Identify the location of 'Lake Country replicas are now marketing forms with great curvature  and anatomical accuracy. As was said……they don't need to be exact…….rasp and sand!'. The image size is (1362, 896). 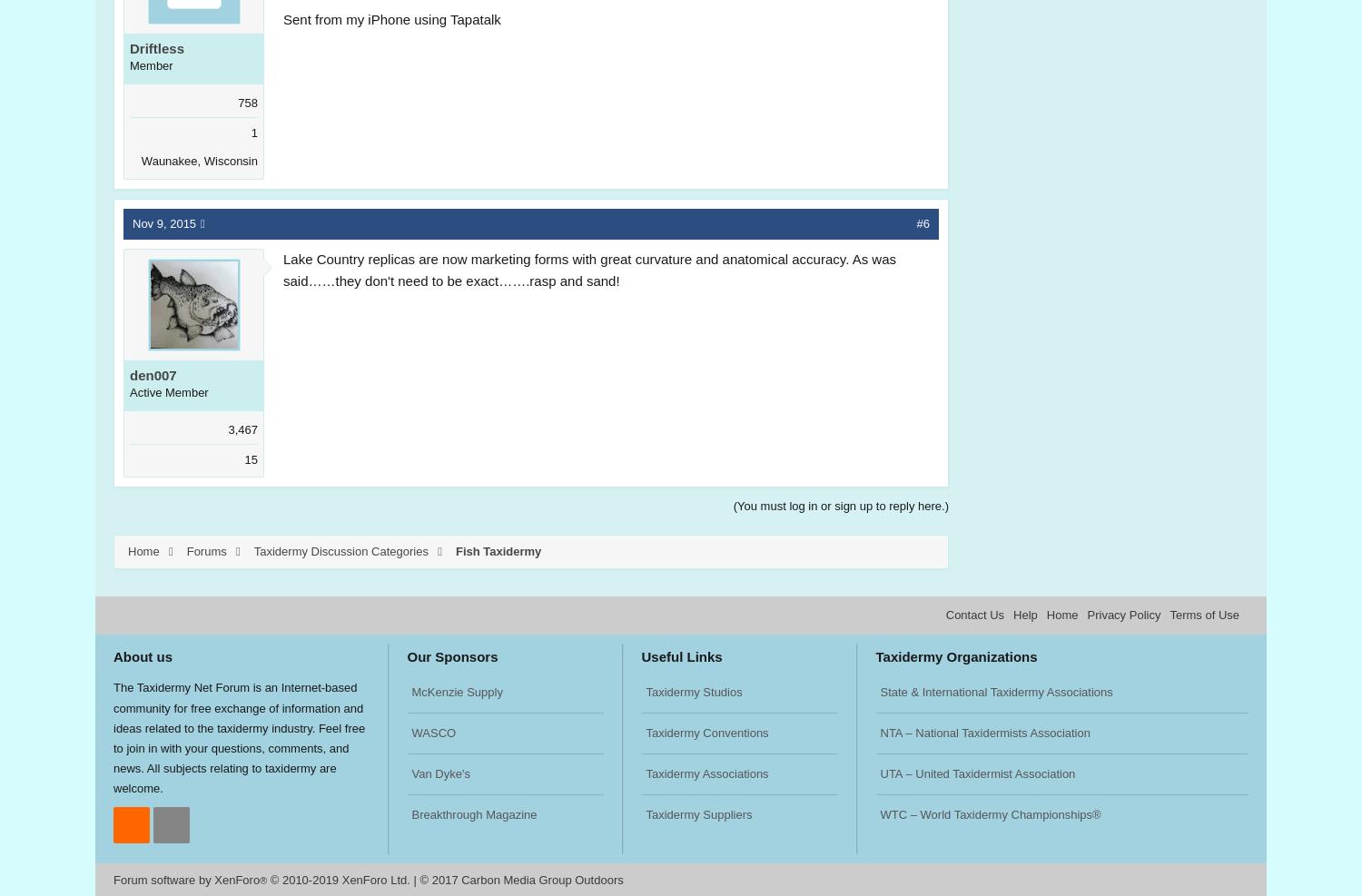
(589, 269).